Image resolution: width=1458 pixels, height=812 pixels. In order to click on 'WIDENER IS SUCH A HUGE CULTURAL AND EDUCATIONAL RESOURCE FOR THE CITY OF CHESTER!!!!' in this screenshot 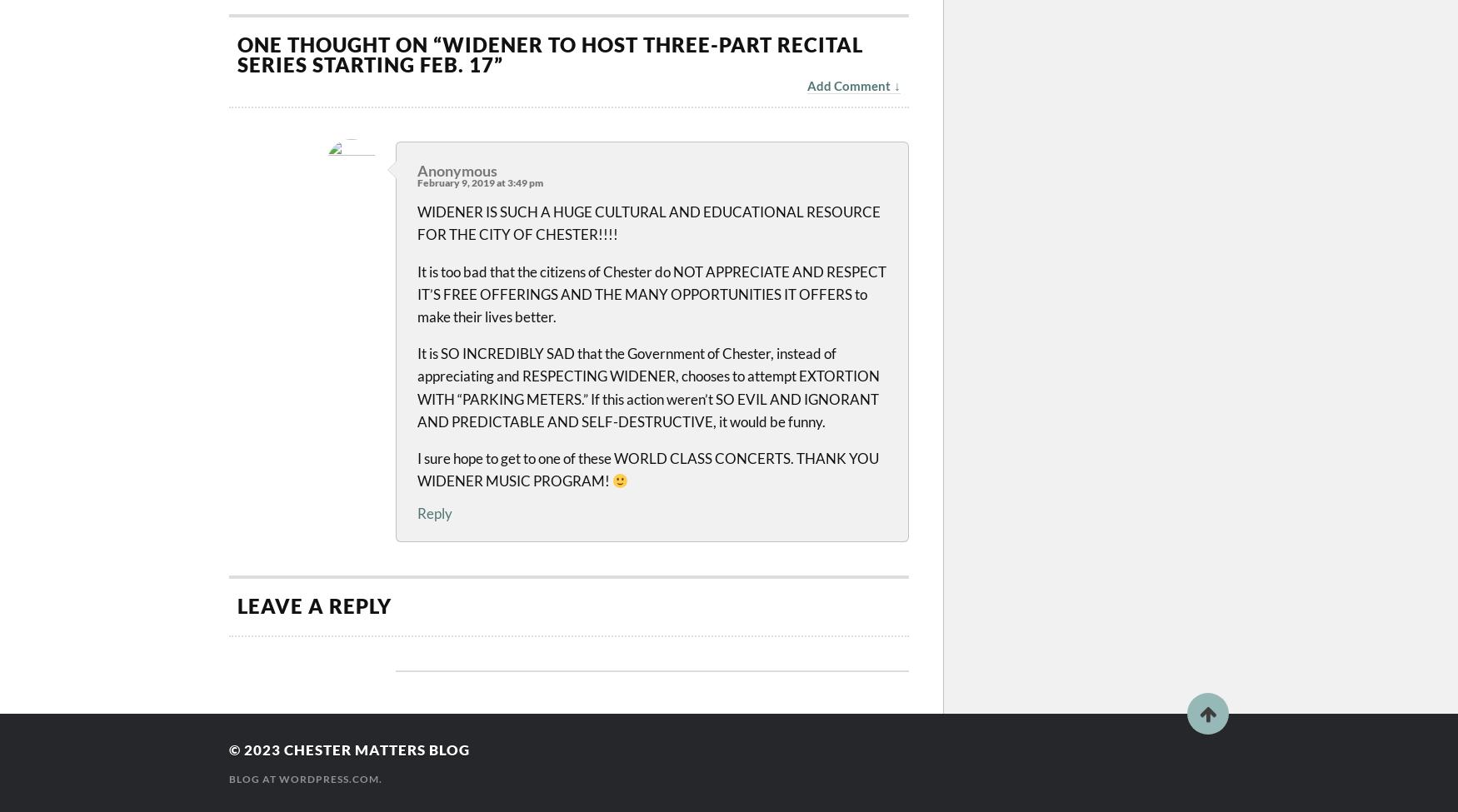, I will do `click(647, 223)`.